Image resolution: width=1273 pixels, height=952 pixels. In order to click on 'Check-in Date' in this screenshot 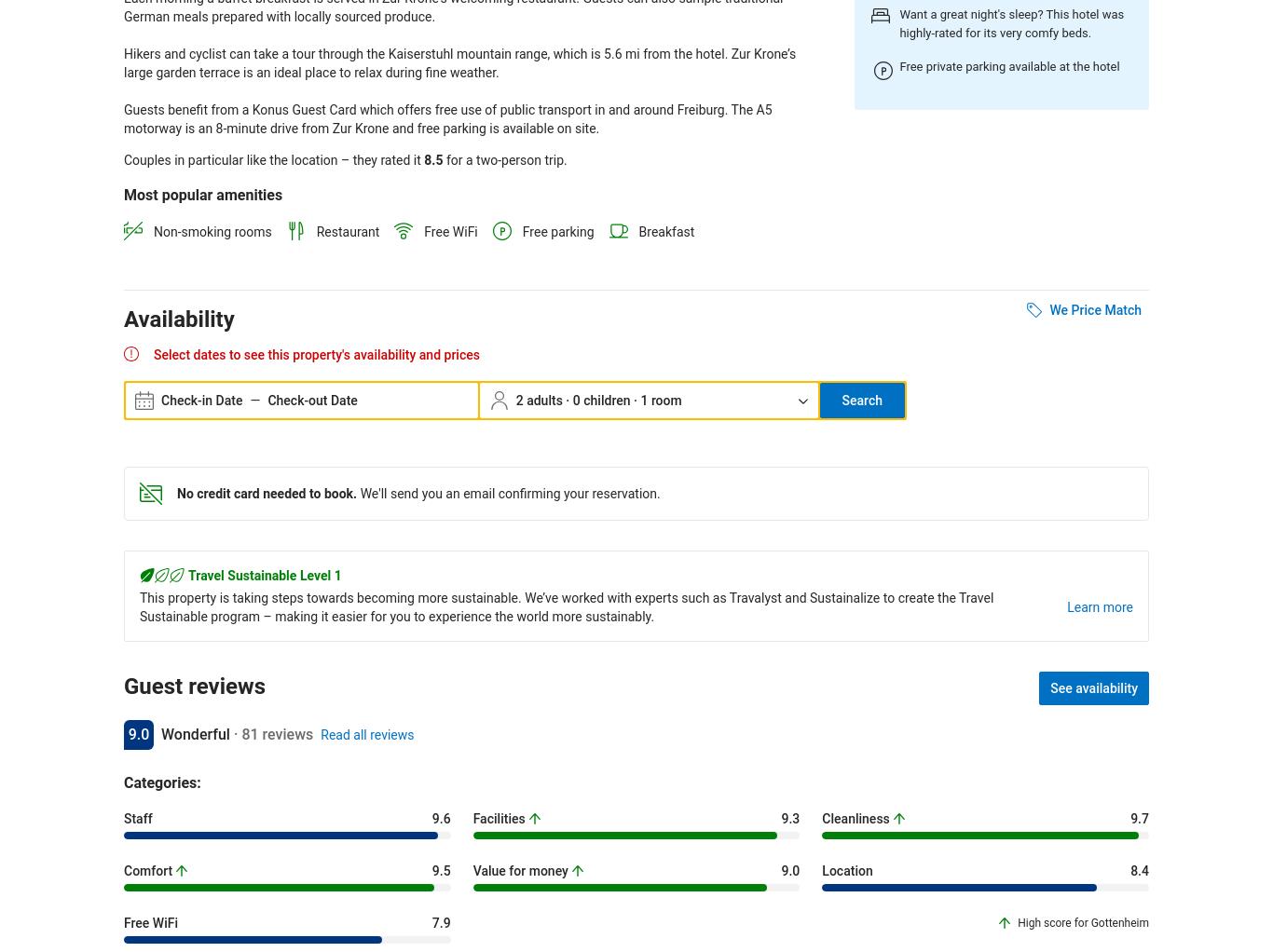, I will do `click(159, 400)`.